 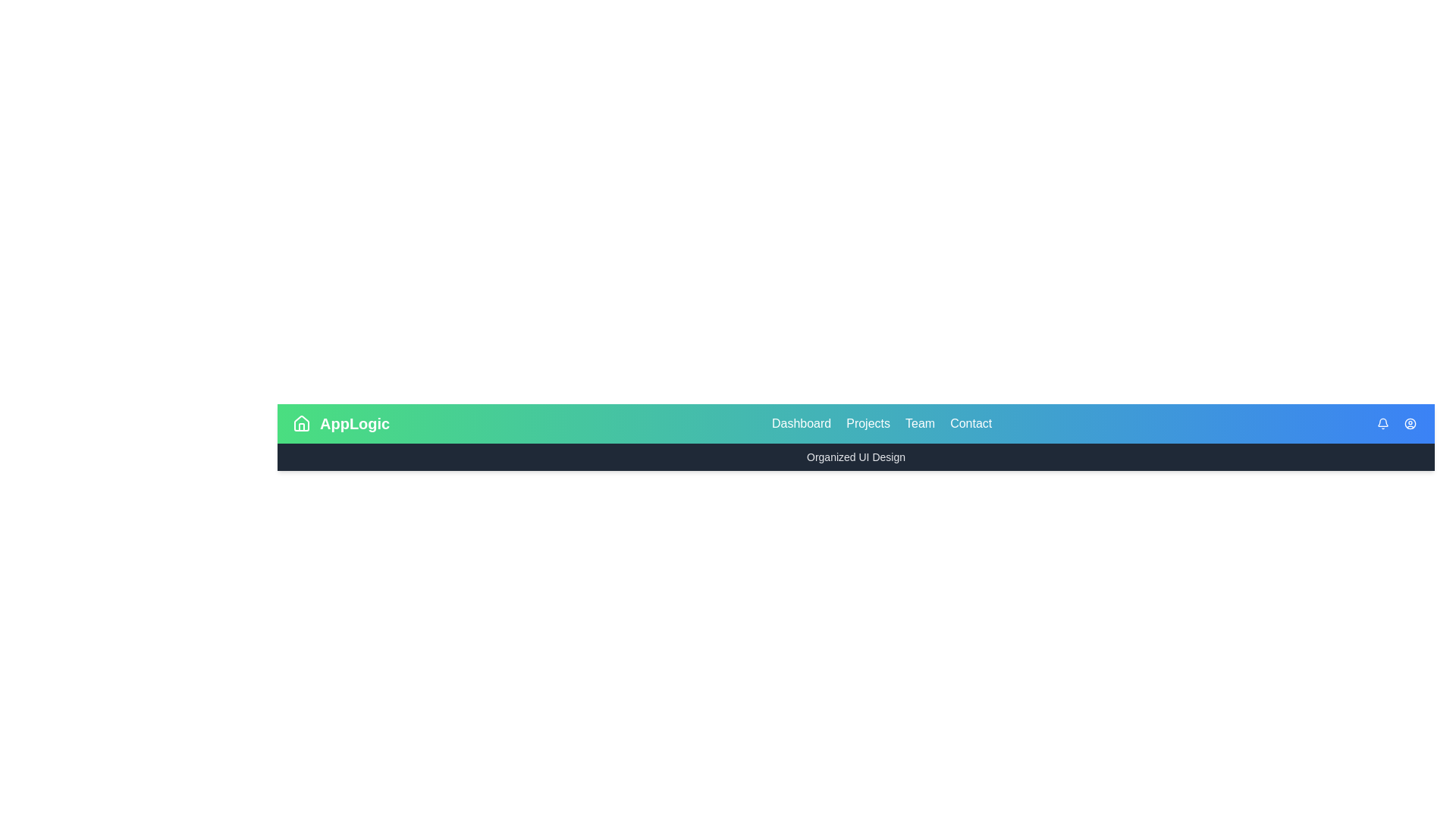 What do you see at coordinates (971, 424) in the screenshot?
I see `the interactive element Contact to observe the visual response` at bounding box center [971, 424].